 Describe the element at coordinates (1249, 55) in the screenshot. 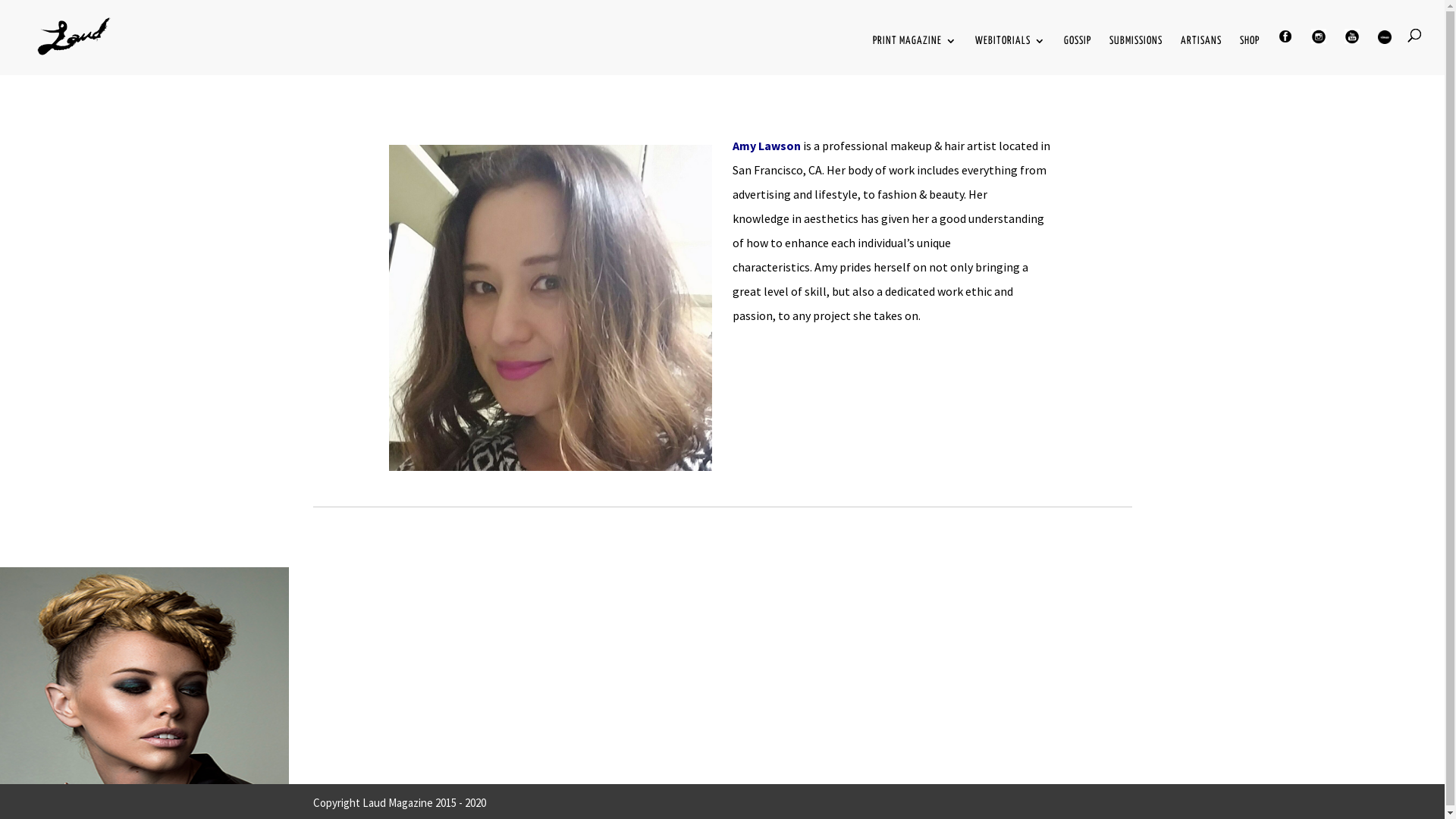

I see `'SHOP'` at that location.